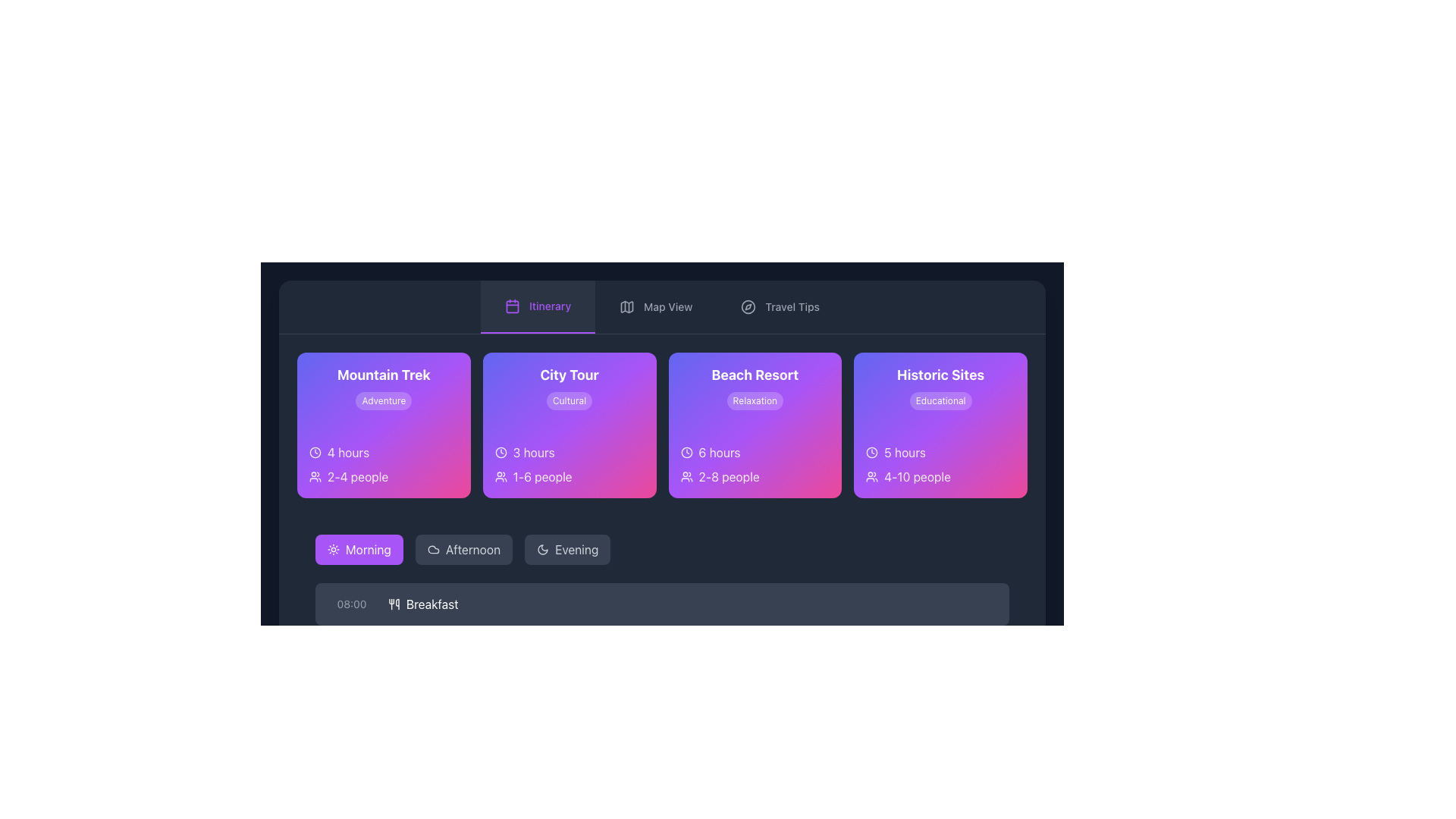  Describe the element at coordinates (940, 386) in the screenshot. I see `the 'Historic Sites' text and 'Educational' badge descriptor located in the top-center area of the last card in the horizontally arranged set of cards` at that location.